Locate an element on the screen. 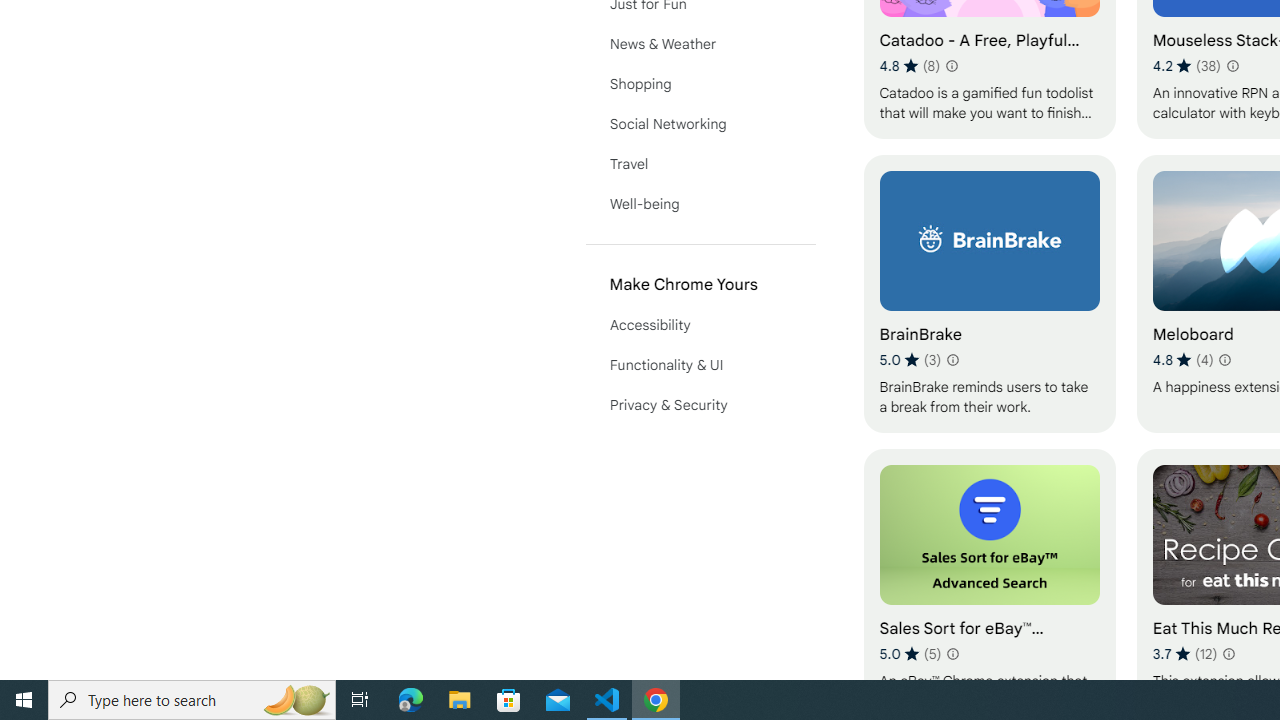  'Shopping' is located at coordinates (700, 82).